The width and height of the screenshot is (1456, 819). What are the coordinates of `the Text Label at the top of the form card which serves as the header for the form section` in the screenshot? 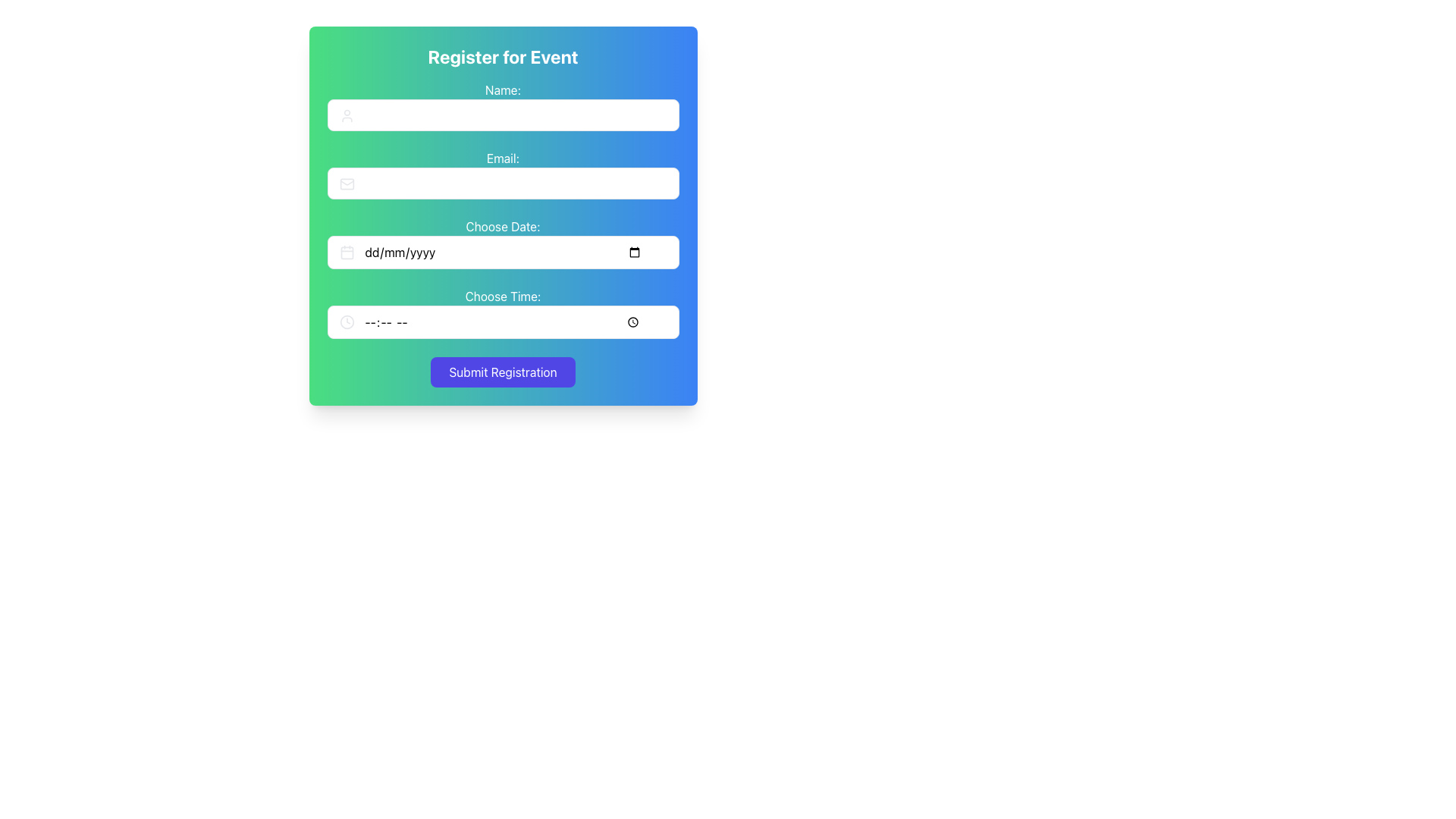 It's located at (503, 55).